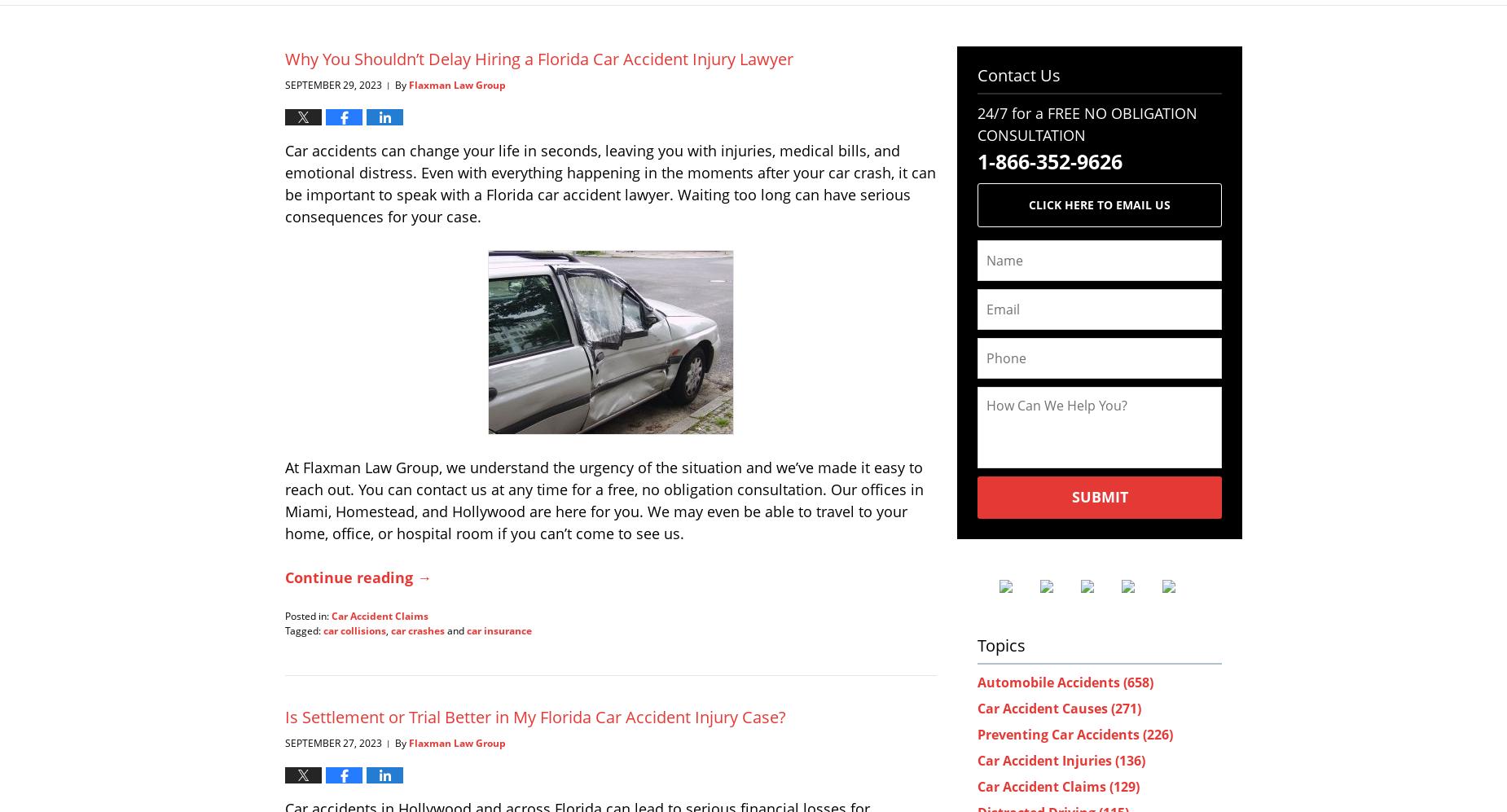 This screenshot has height=812, width=1507. I want to click on 'Car Accident Causes', so click(1043, 706).